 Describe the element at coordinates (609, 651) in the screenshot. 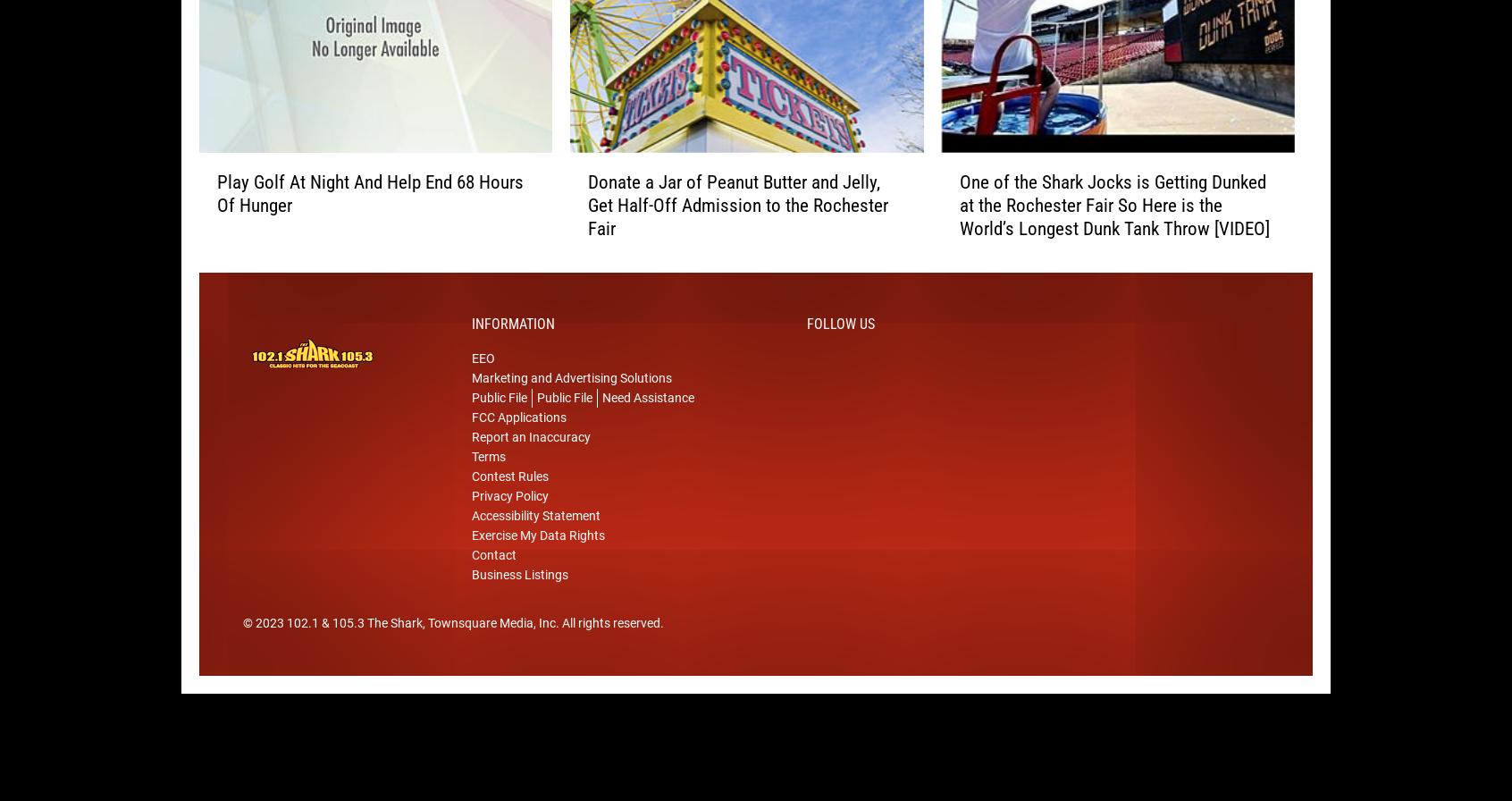

I see `'. All rights reserved.'` at that location.